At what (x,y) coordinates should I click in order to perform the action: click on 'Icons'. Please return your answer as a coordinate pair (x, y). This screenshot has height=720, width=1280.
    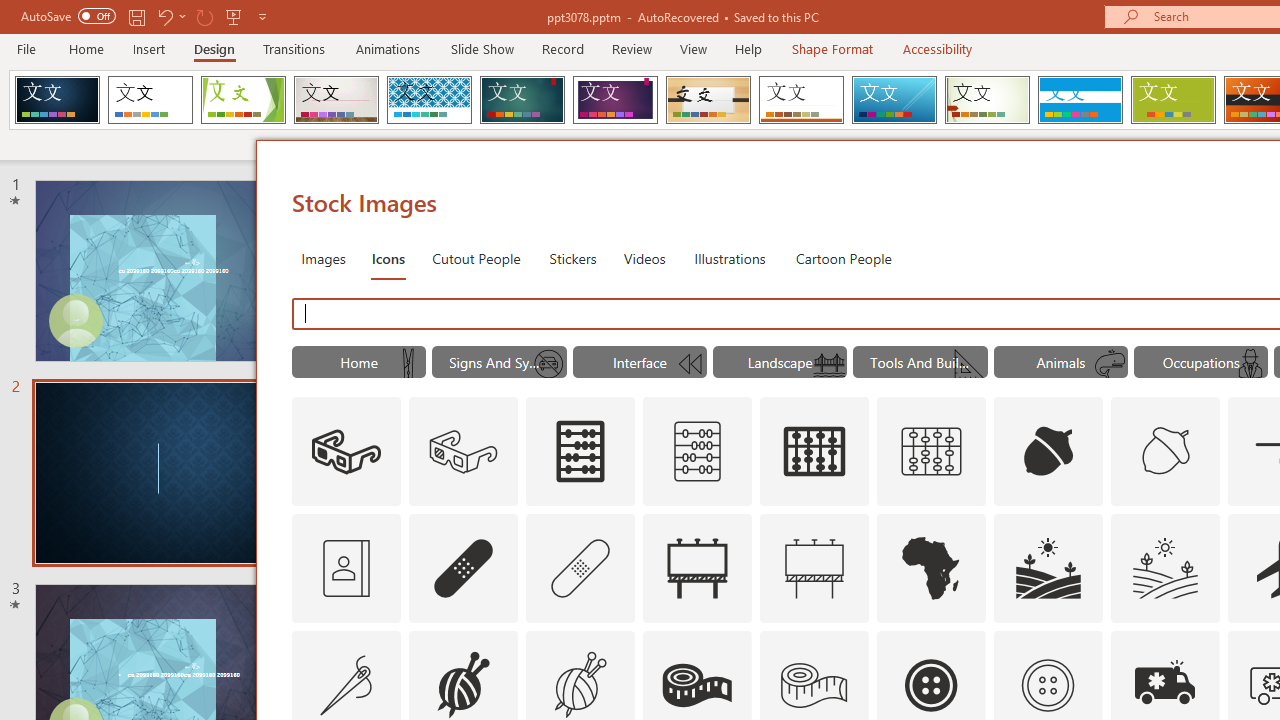
    Looking at the image, I should click on (388, 257).